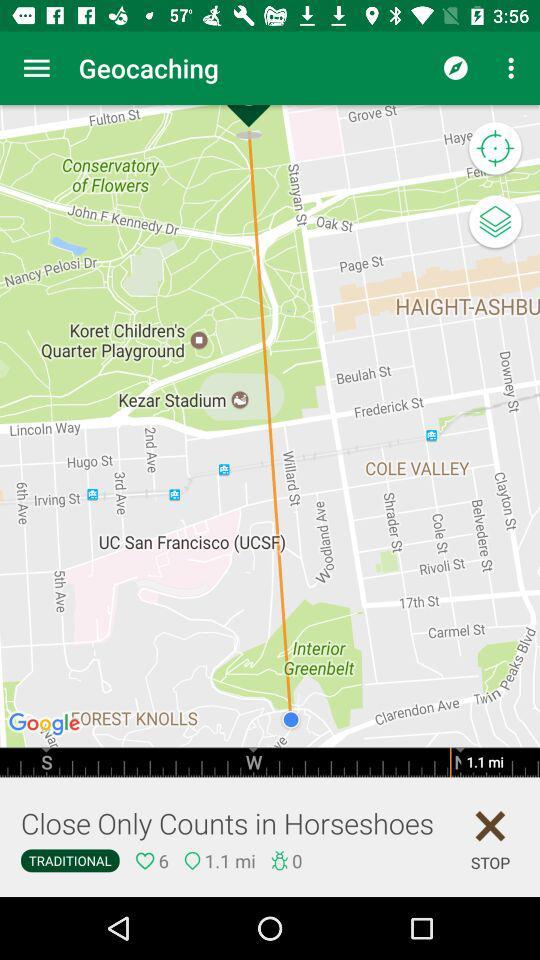  I want to click on the location_crosshair icon, so click(494, 148).